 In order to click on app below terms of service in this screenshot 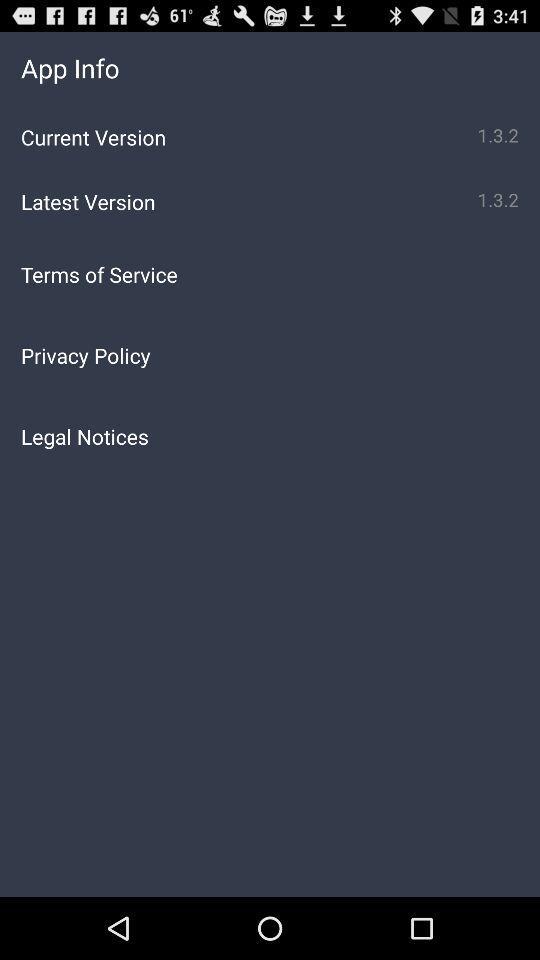, I will do `click(270, 355)`.